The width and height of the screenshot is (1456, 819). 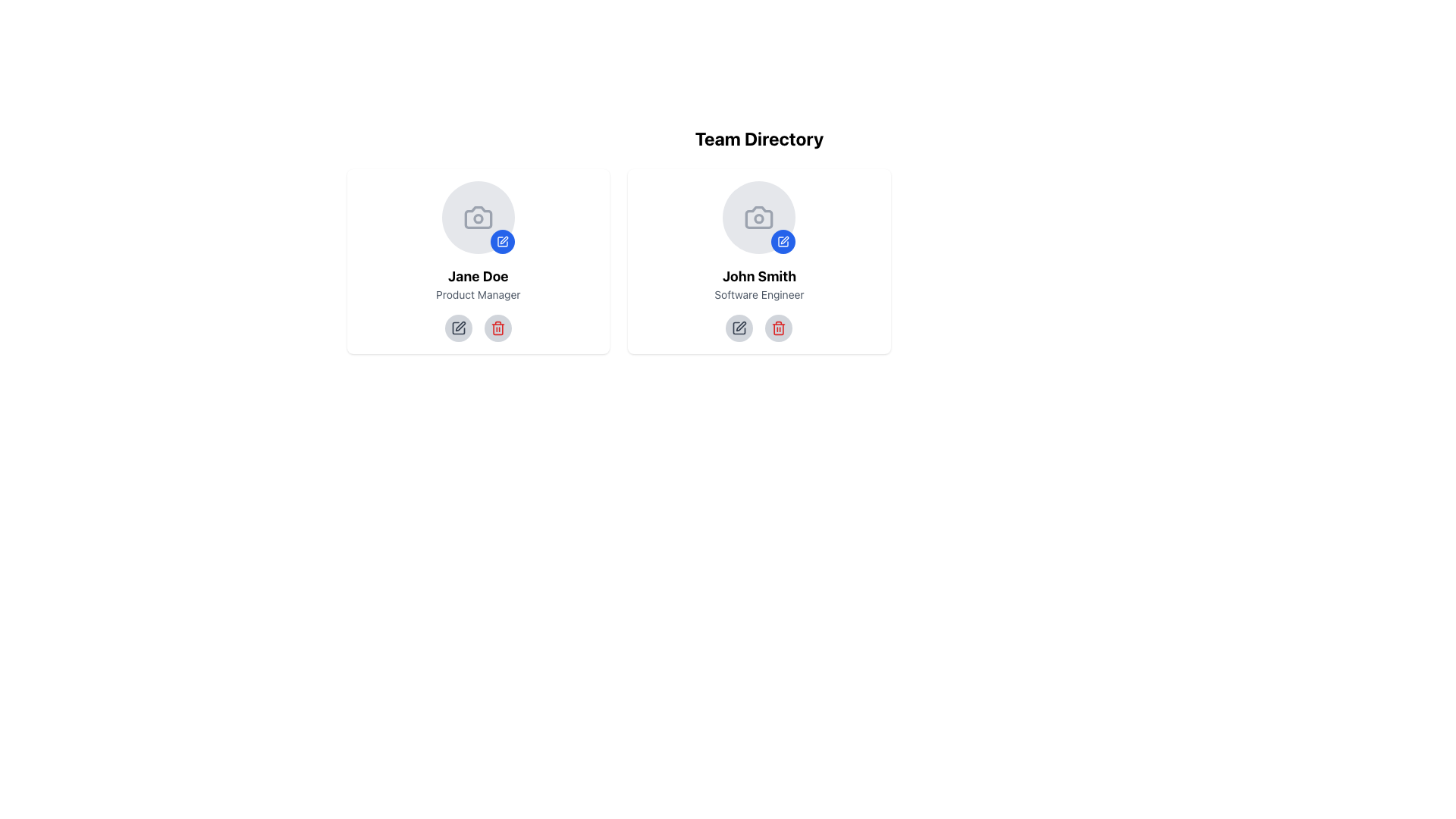 I want to click on the delete icon located on the bottom row of actionable icons in the profile card of user 'Jane Doe', so click(x=497, y=327).